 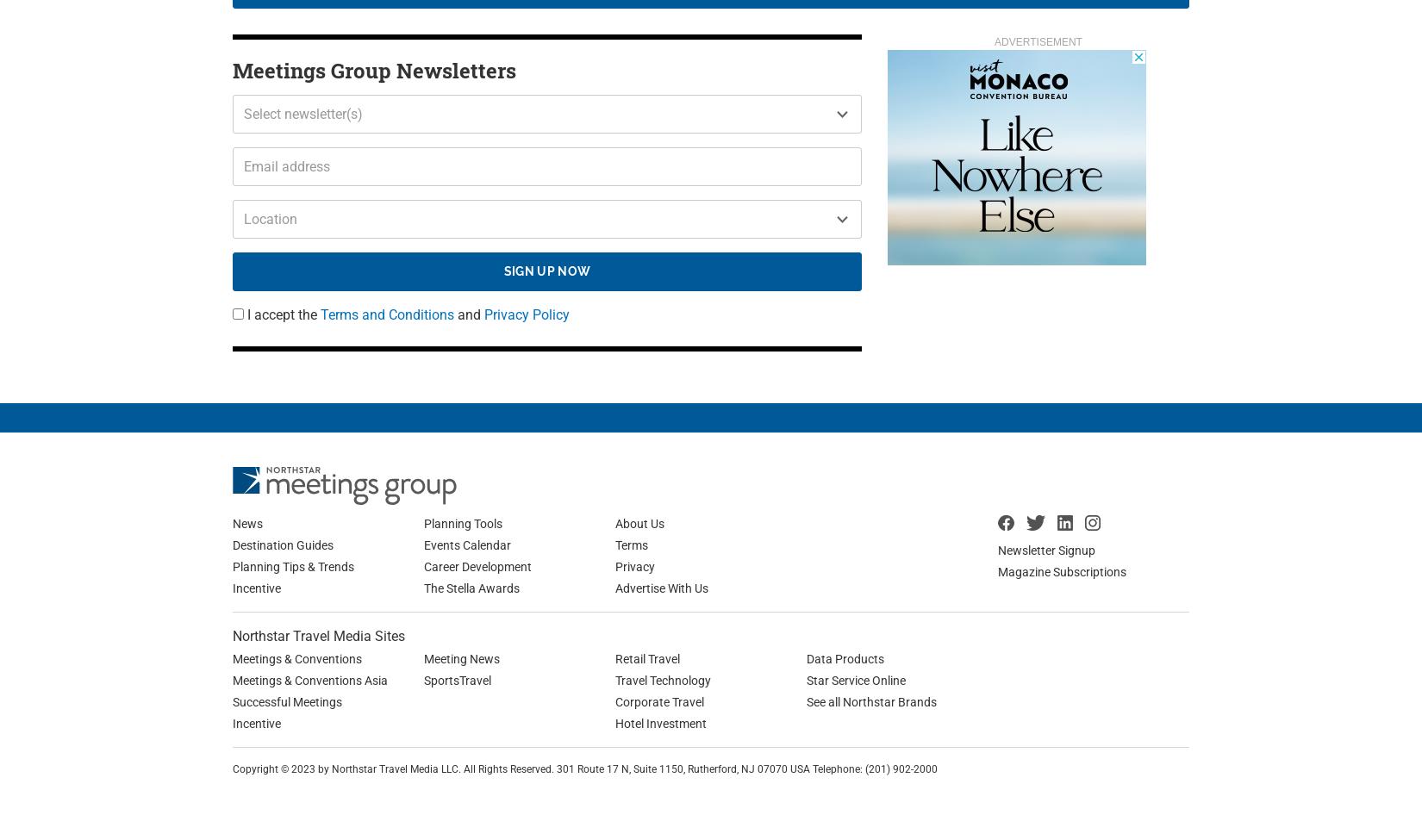 I want to click on 'Retail Travel', so click(x=646, y=657).